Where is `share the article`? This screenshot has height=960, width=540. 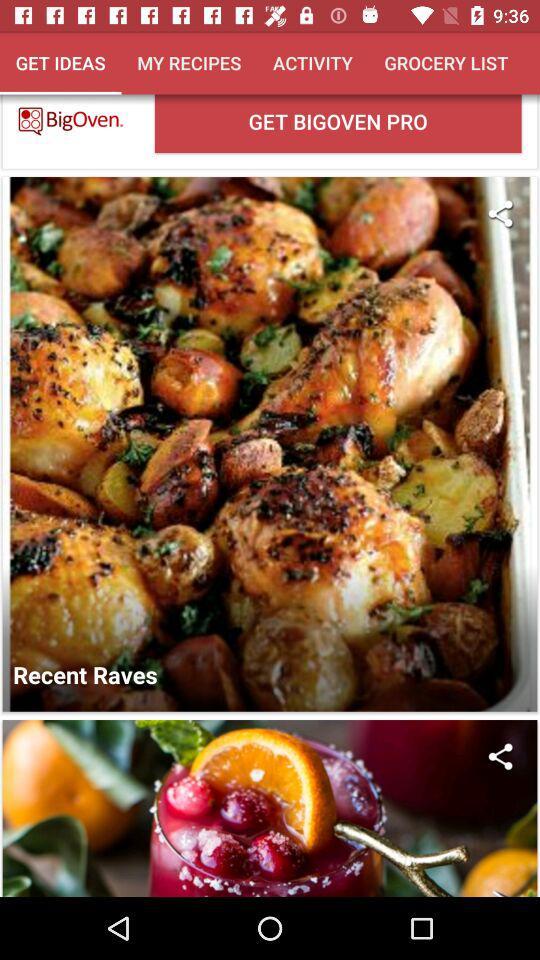 share the article is located at coordinates (499, 213).